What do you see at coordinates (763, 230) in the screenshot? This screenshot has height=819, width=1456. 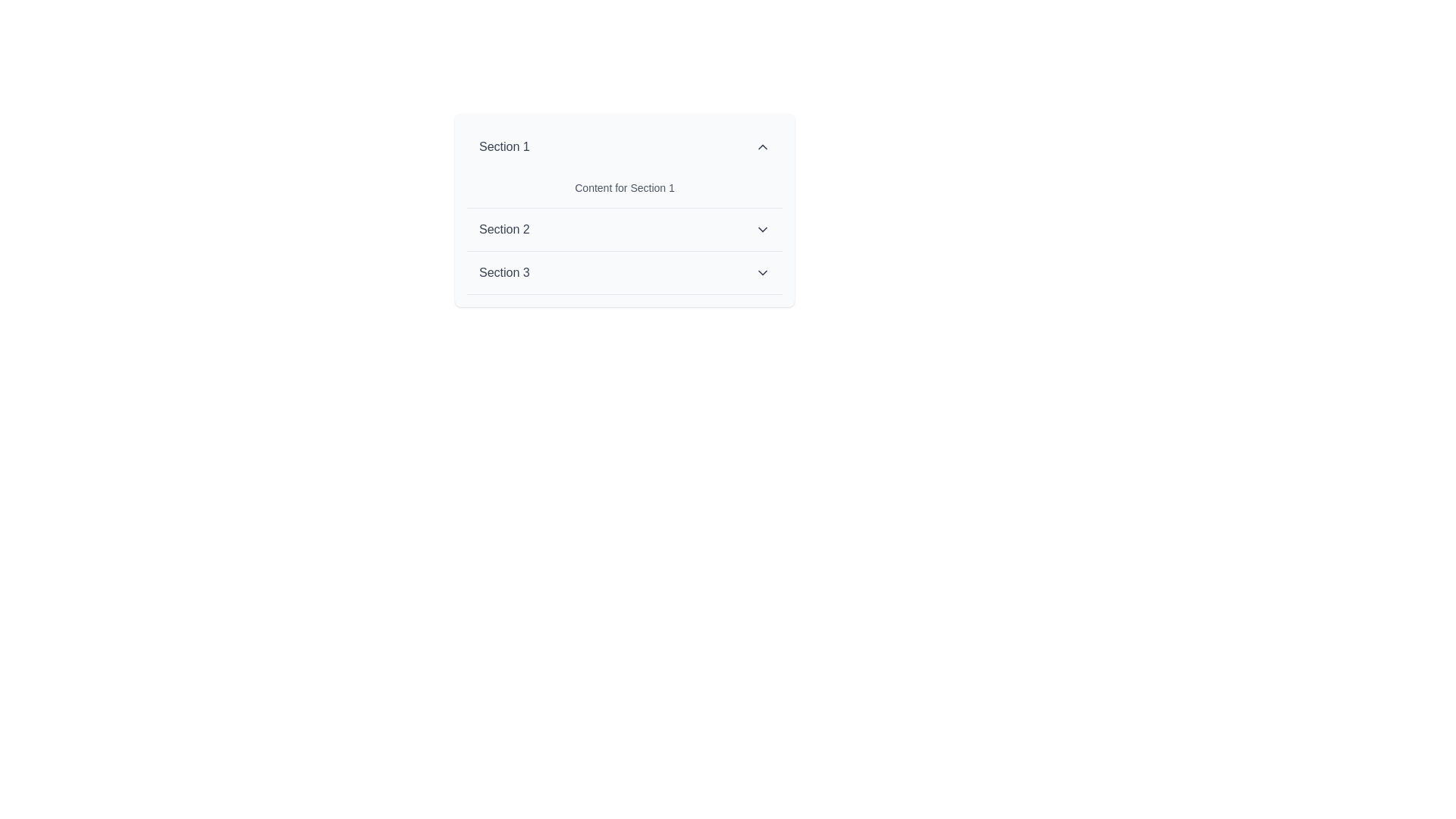 I see `the downward-facing chevron icon to the right of the 'Section 2' text` at bounding box center [763, 230].